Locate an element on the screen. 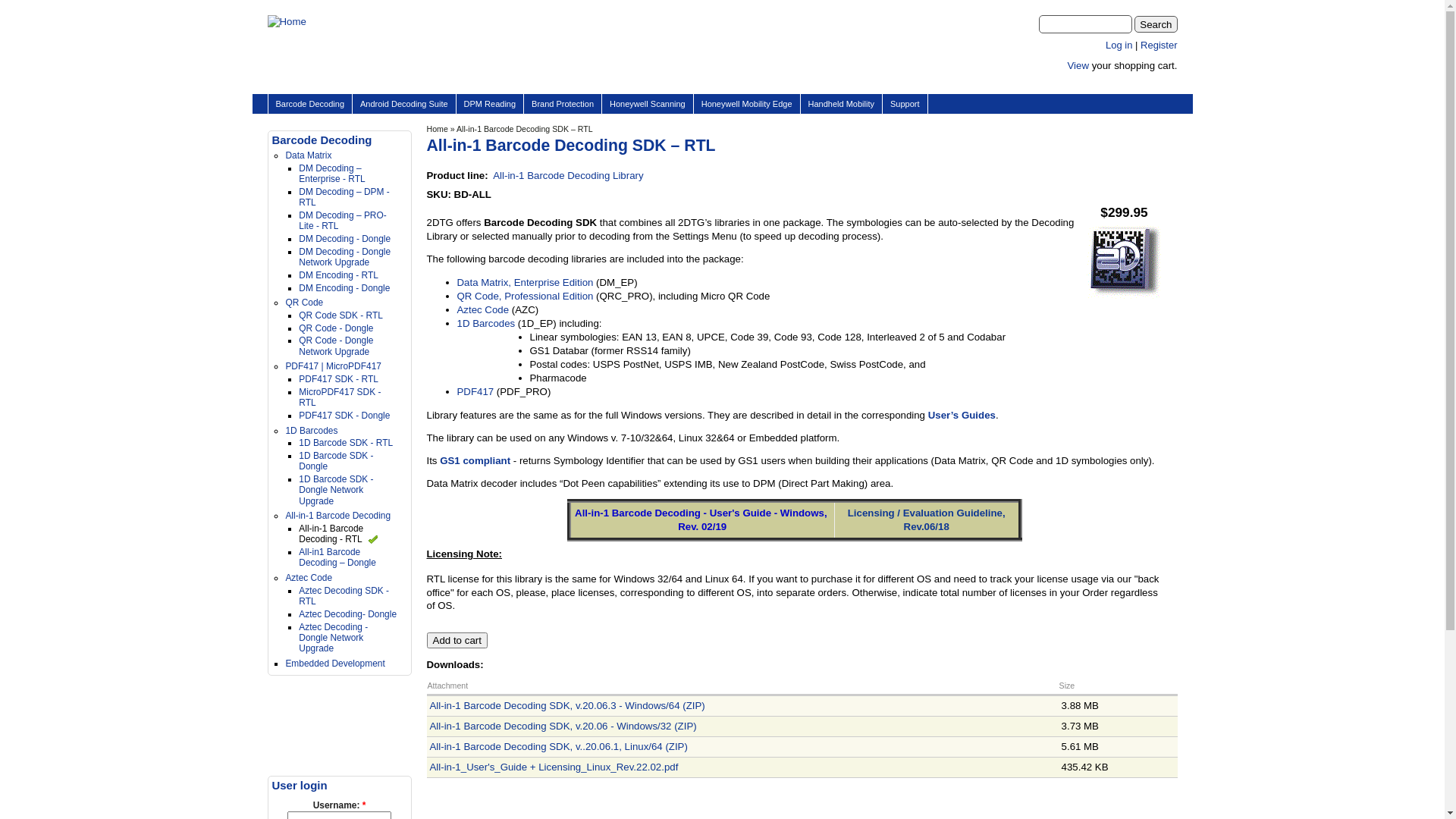  'All-in-1_User's_Guide + Licensing_Linux_Rev.22.02.pdf' is located at coordinates (552, 767).